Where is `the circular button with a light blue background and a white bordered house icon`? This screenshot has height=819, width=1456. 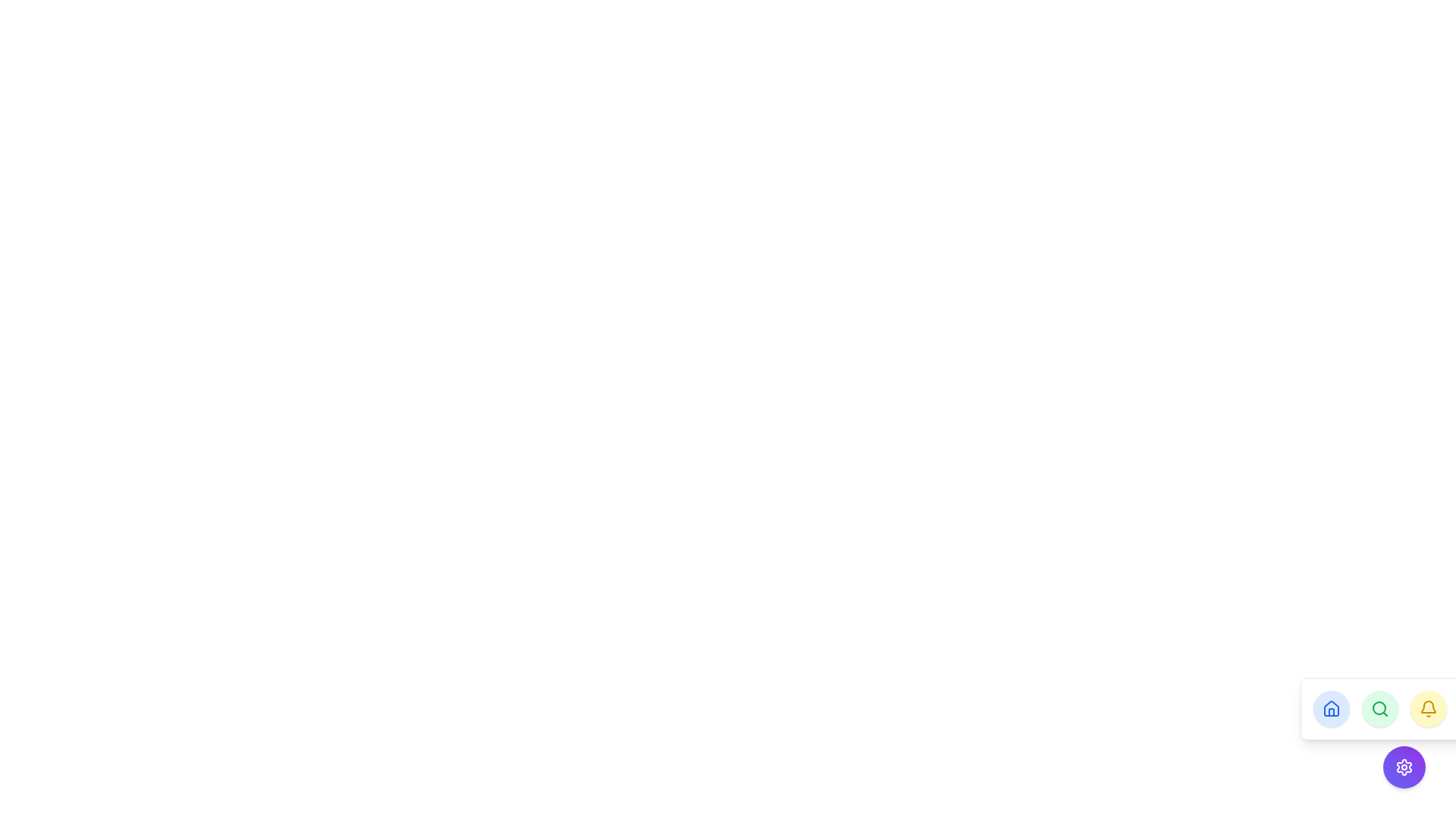
the circular button with a light blue background and a white bordered house icon is located at coordinates (1331, 708).